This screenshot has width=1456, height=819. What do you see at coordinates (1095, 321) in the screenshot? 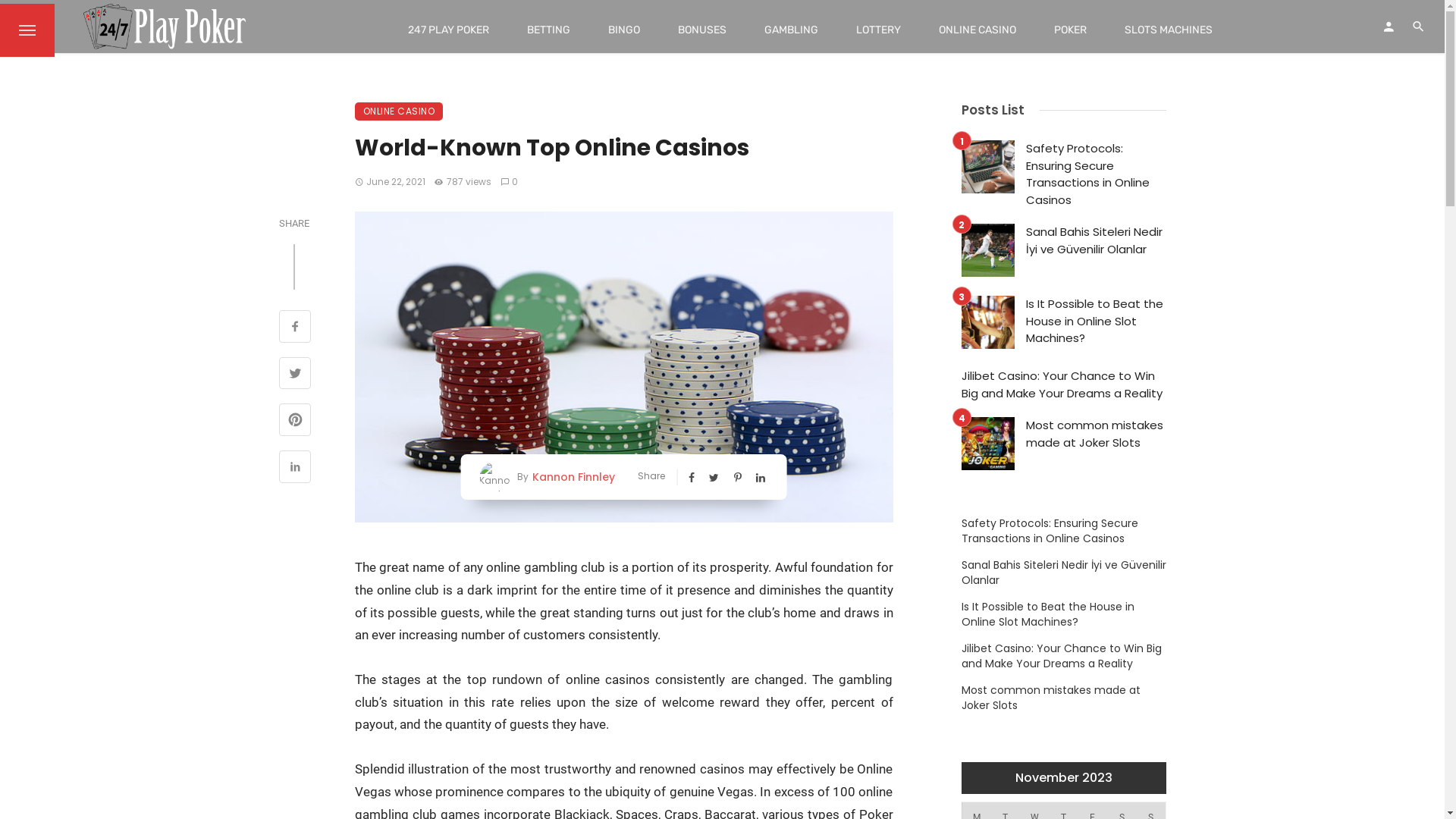
I see `'Is It Possible to Beat the House in Online Slot Machines?'` at bounding box center [1095, 321].